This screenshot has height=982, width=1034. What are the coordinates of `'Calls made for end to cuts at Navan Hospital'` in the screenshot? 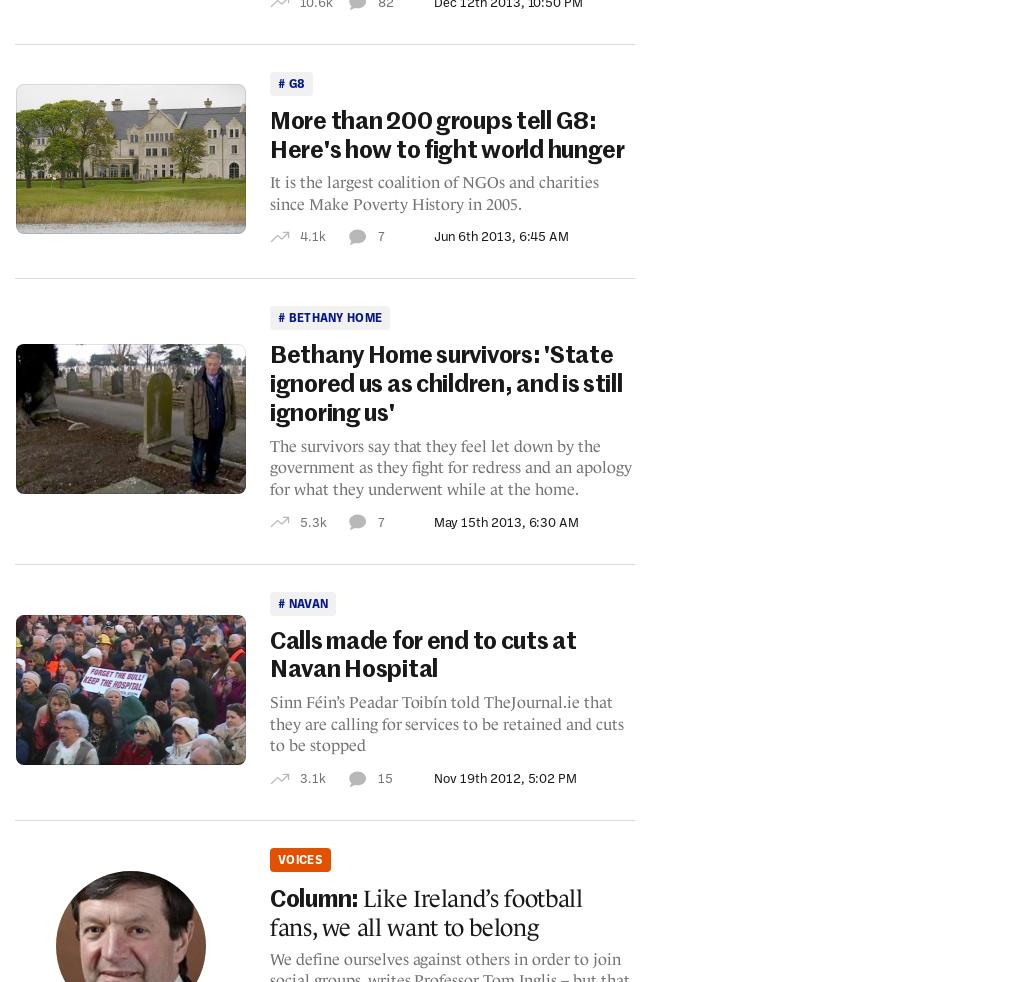 It's located at (422, 654).